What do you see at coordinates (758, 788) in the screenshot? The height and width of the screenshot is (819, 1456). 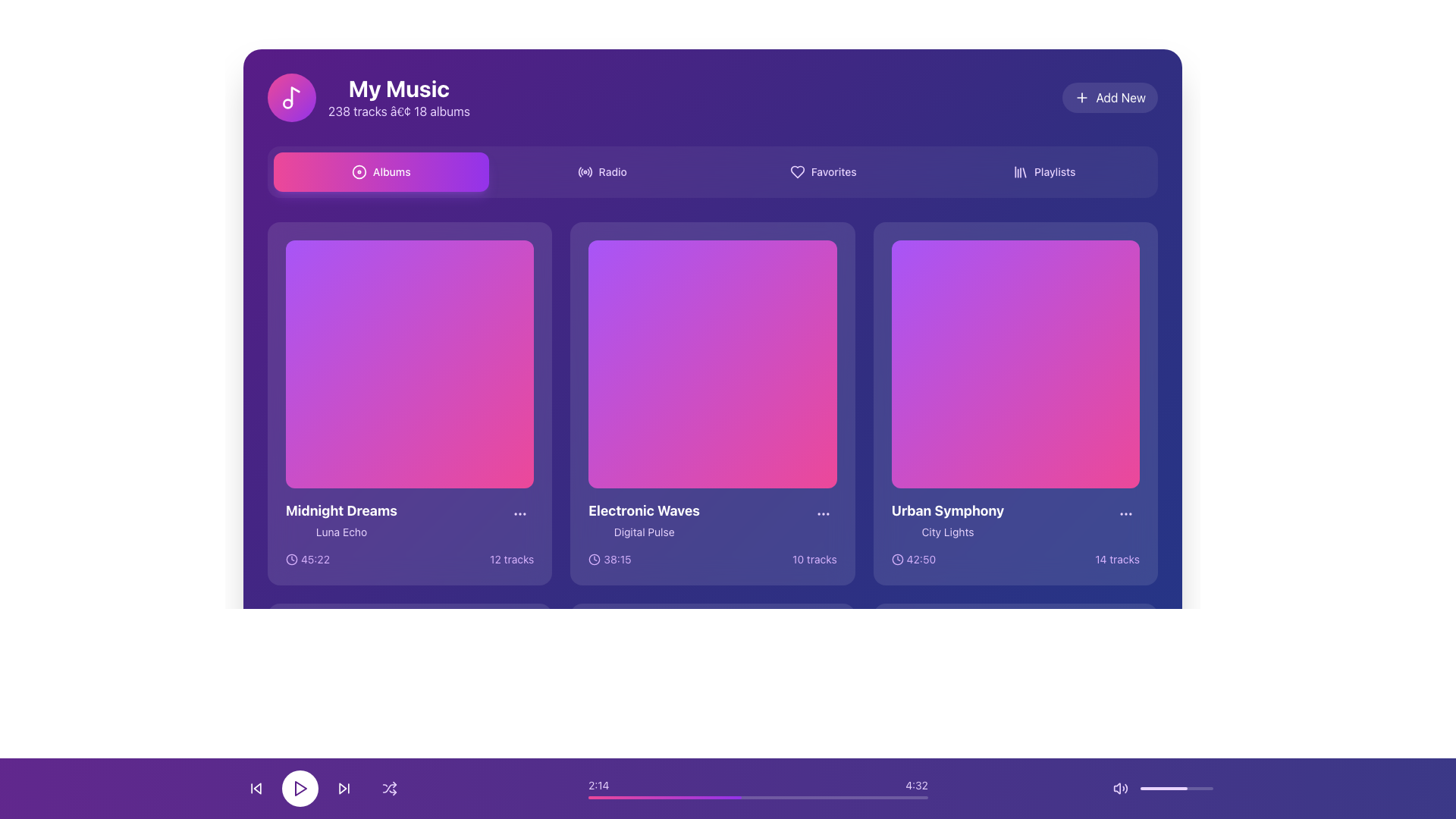 I see `the Progress Bar located below the main music display section, which features time indicators '2:14' on the left and '4:32' on the right, with a gradient-colored progress line indicating elapsed time` at bounding box center [758, 788].